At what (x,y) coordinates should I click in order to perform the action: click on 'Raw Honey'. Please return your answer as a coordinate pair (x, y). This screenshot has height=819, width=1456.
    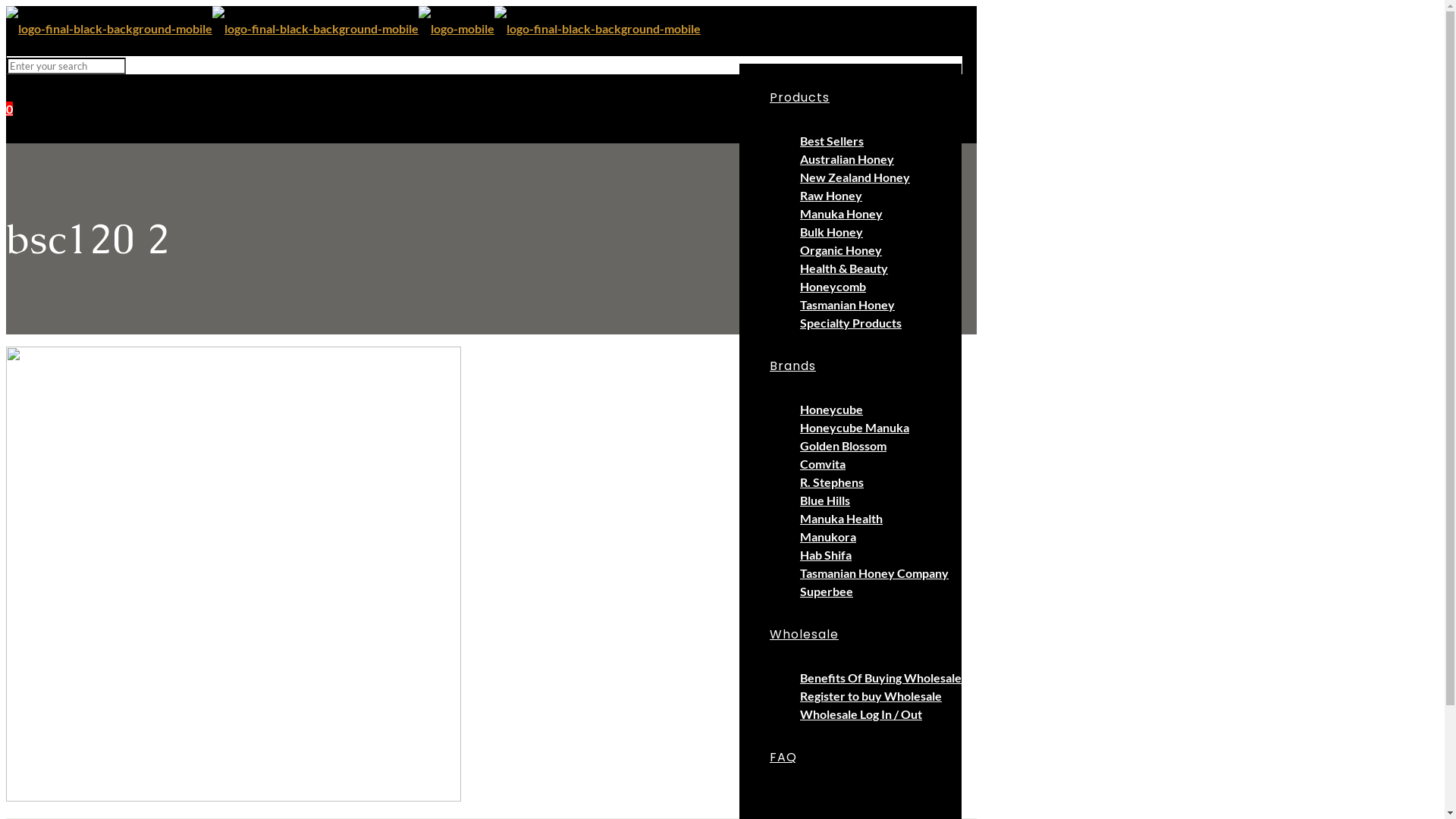
    Looking at the image, I should click on (830, 194).